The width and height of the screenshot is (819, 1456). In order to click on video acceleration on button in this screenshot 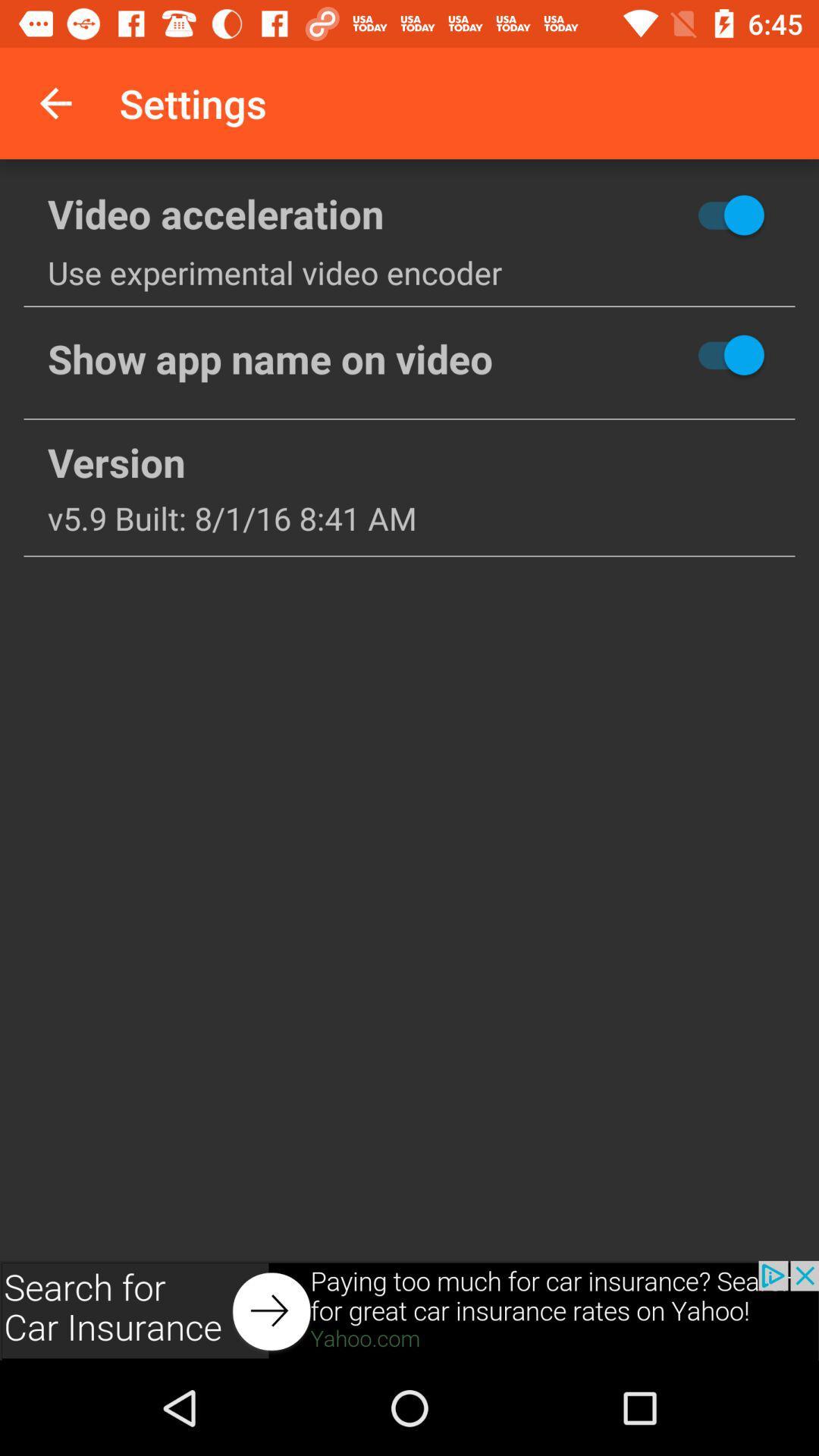, I will do `click(675, 214)`.